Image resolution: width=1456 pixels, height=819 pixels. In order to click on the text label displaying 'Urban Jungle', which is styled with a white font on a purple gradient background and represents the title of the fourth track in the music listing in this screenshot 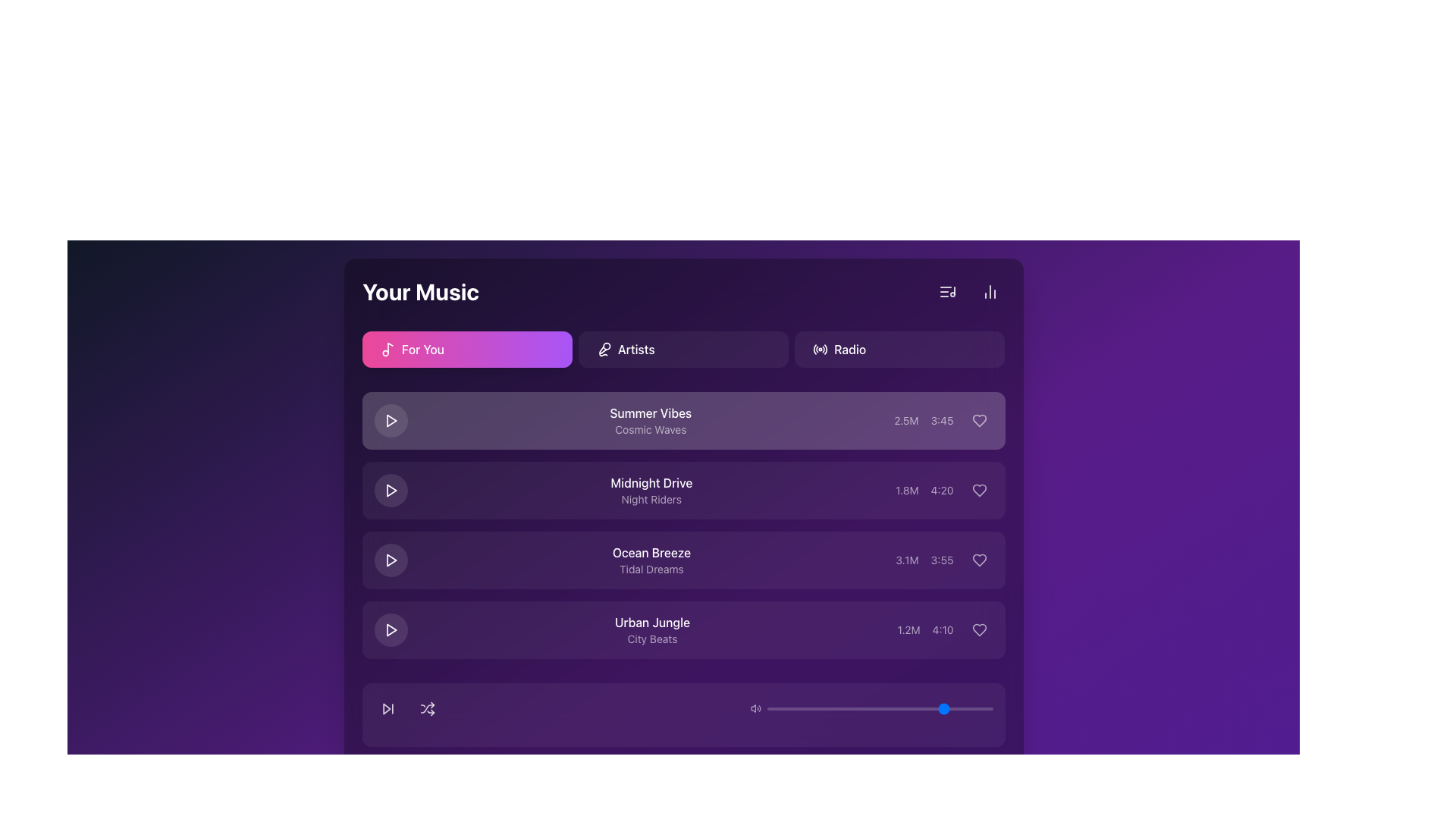, I will do `click(652, 623)`.